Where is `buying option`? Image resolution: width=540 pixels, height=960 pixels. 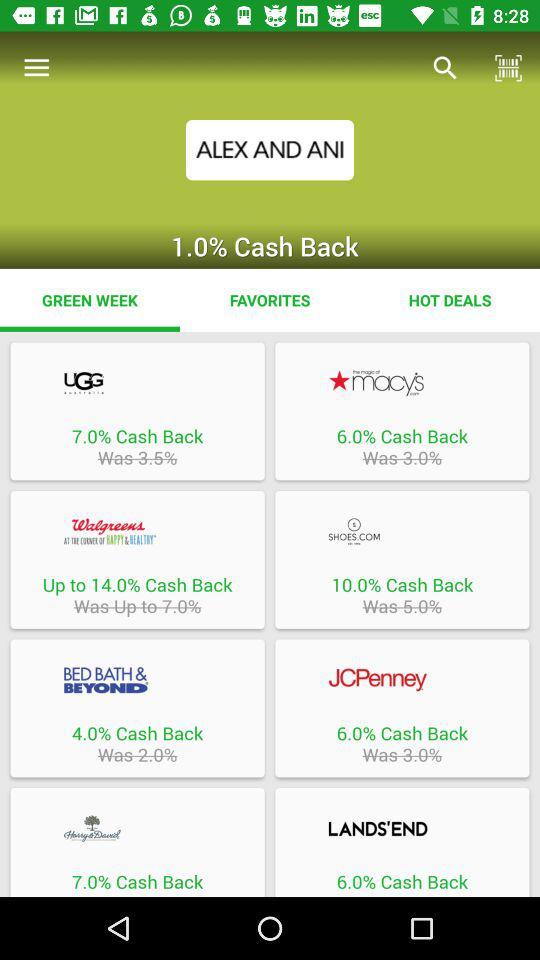 buying option is located at coordinates (402, 828).